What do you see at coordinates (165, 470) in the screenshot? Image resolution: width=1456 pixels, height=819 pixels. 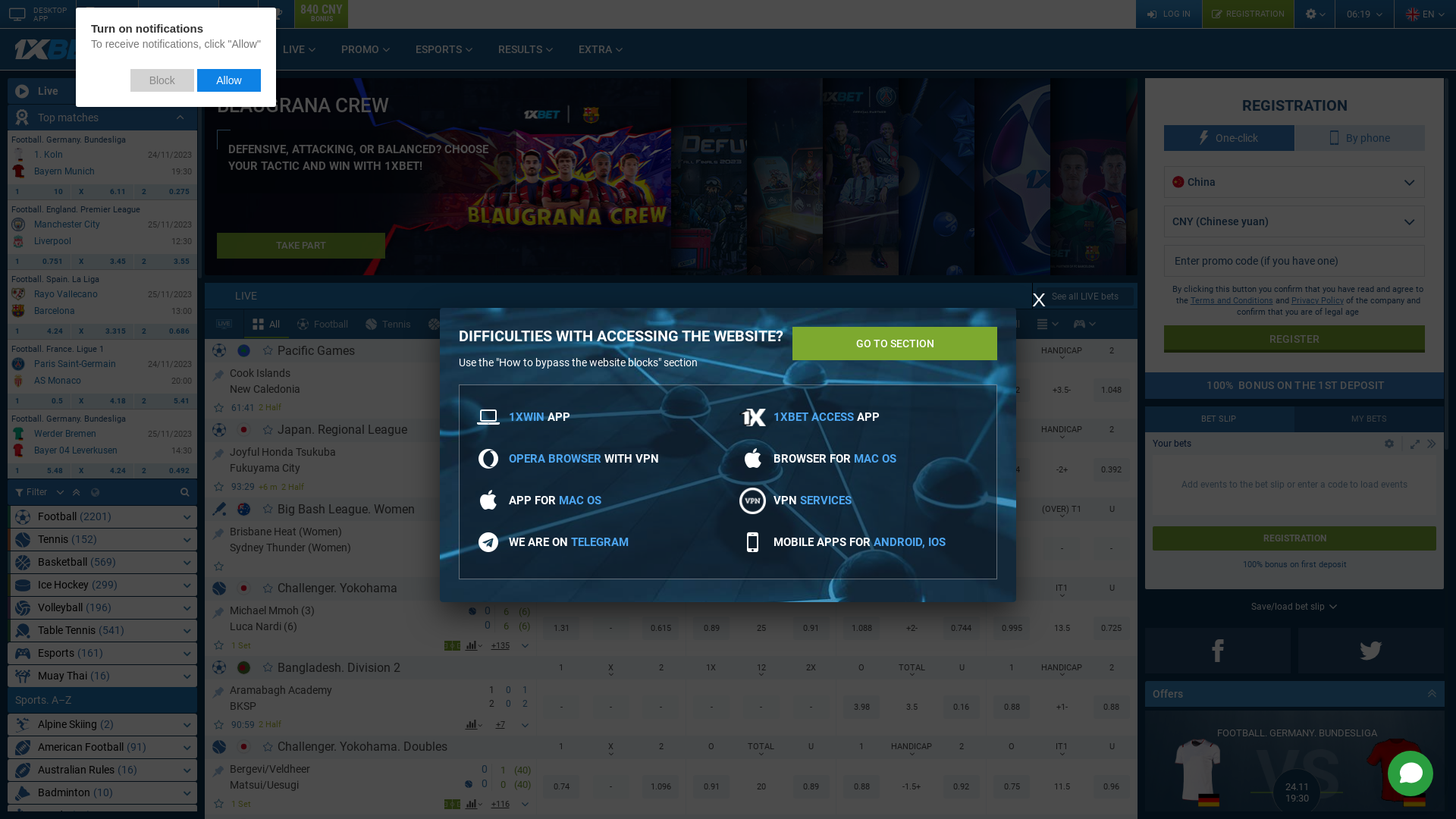 I see `'2` at bounding box center [165, 470].